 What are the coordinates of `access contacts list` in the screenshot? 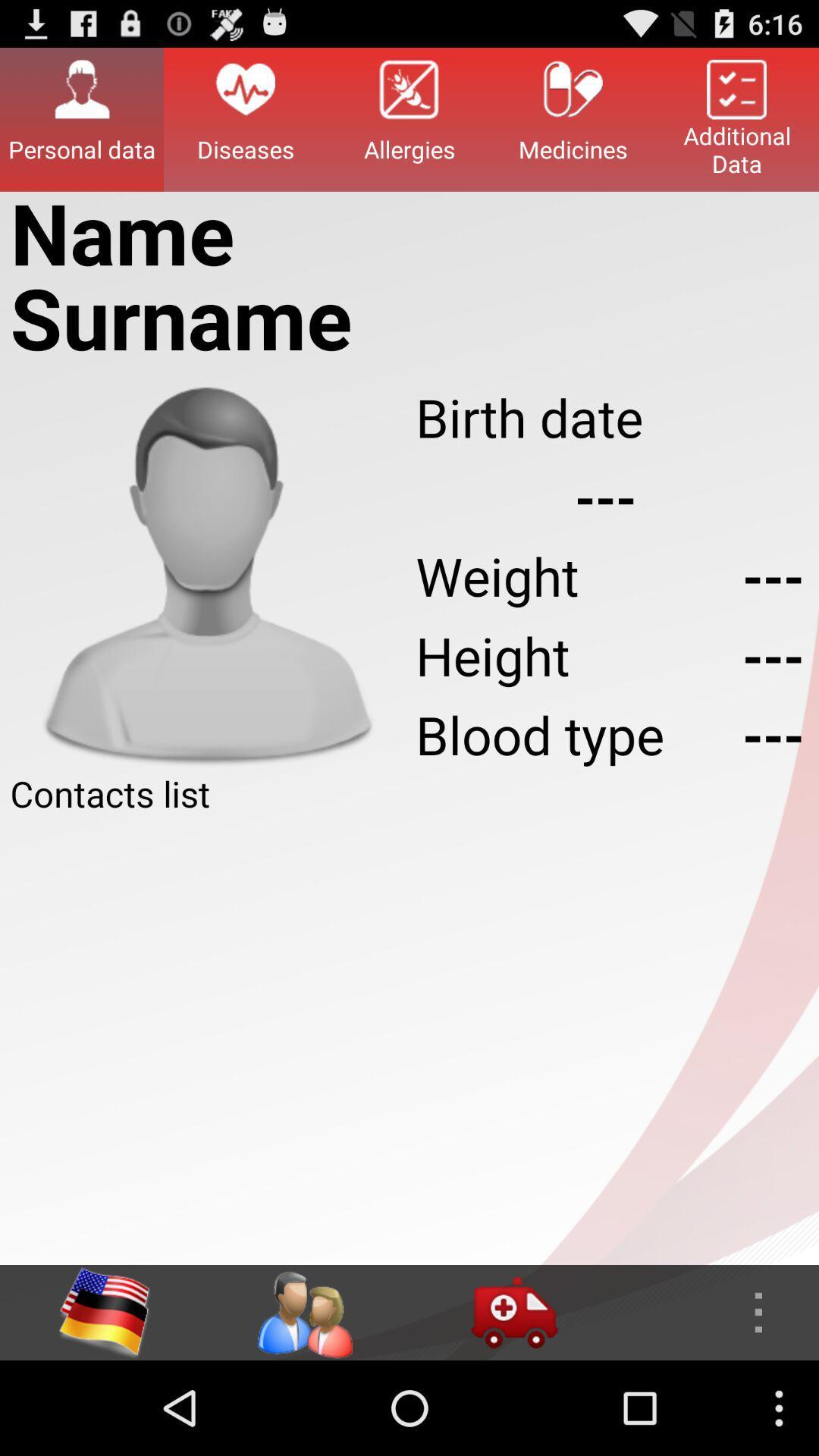 It's located at (304, 1312).